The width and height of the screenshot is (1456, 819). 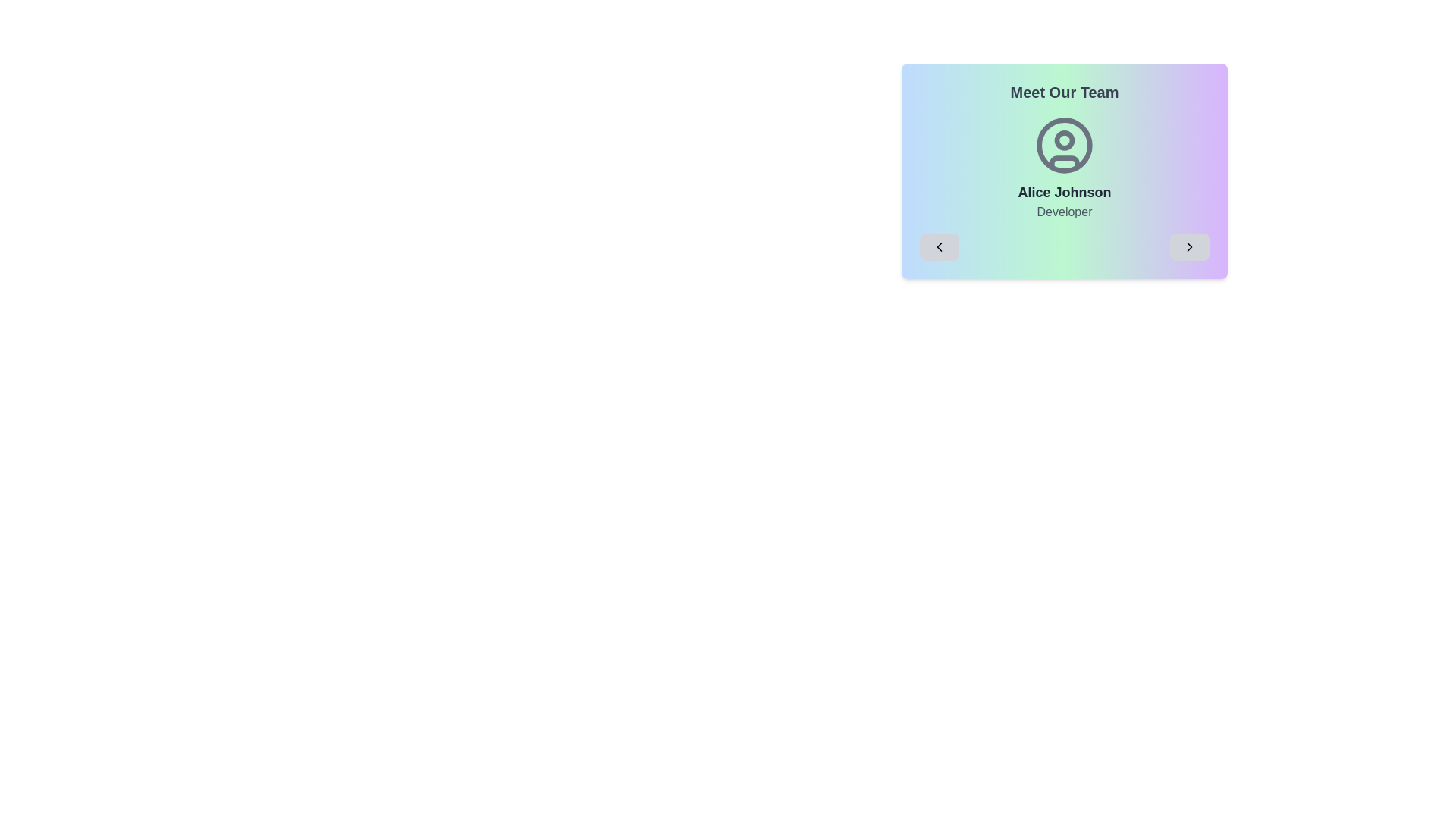 I want to click on associated name 'Alice Johnson' and title 'Developer' by interacting with the user profile icon, which is a circular representation located at the center of the top section of the 'Meet Our Team' card, so click(x=1063, y=146).